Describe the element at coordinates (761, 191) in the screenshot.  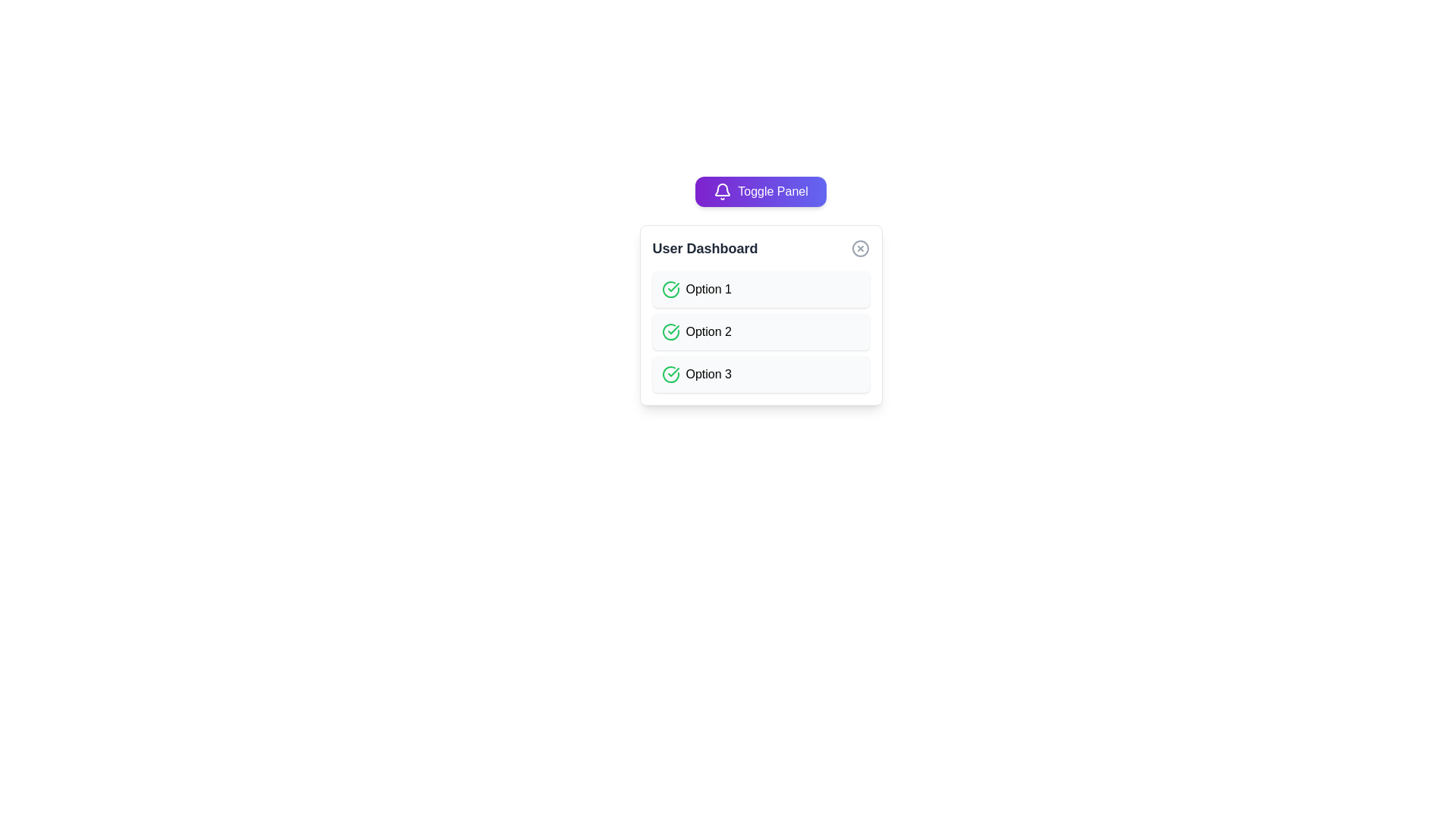
I see `the 'Toggle Panel' button, which has a gradient background from purple to indigo, white text, and a bell icon on the left` at that location.